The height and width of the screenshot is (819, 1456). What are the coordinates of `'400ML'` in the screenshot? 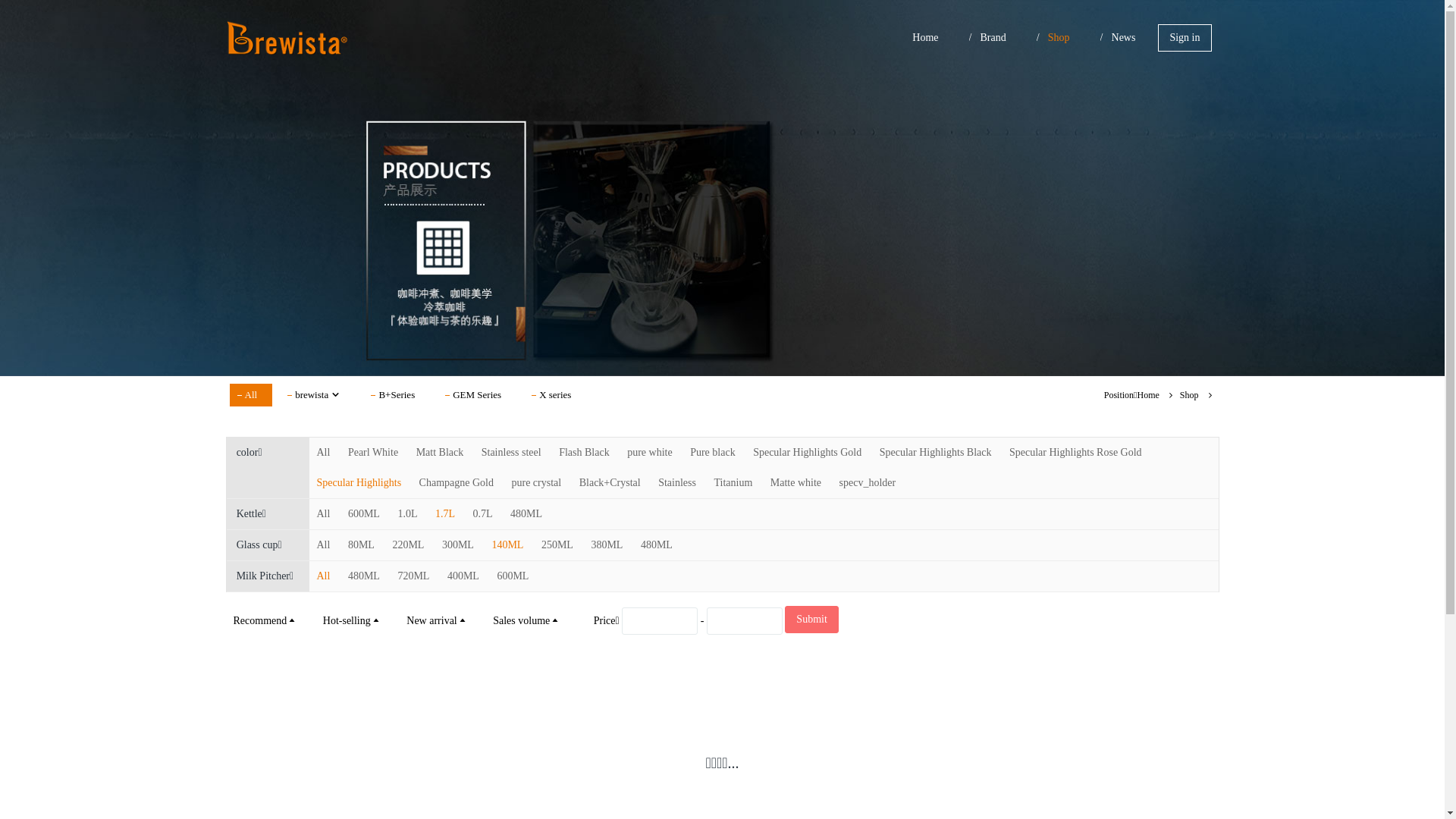 It's located at (462, 576).